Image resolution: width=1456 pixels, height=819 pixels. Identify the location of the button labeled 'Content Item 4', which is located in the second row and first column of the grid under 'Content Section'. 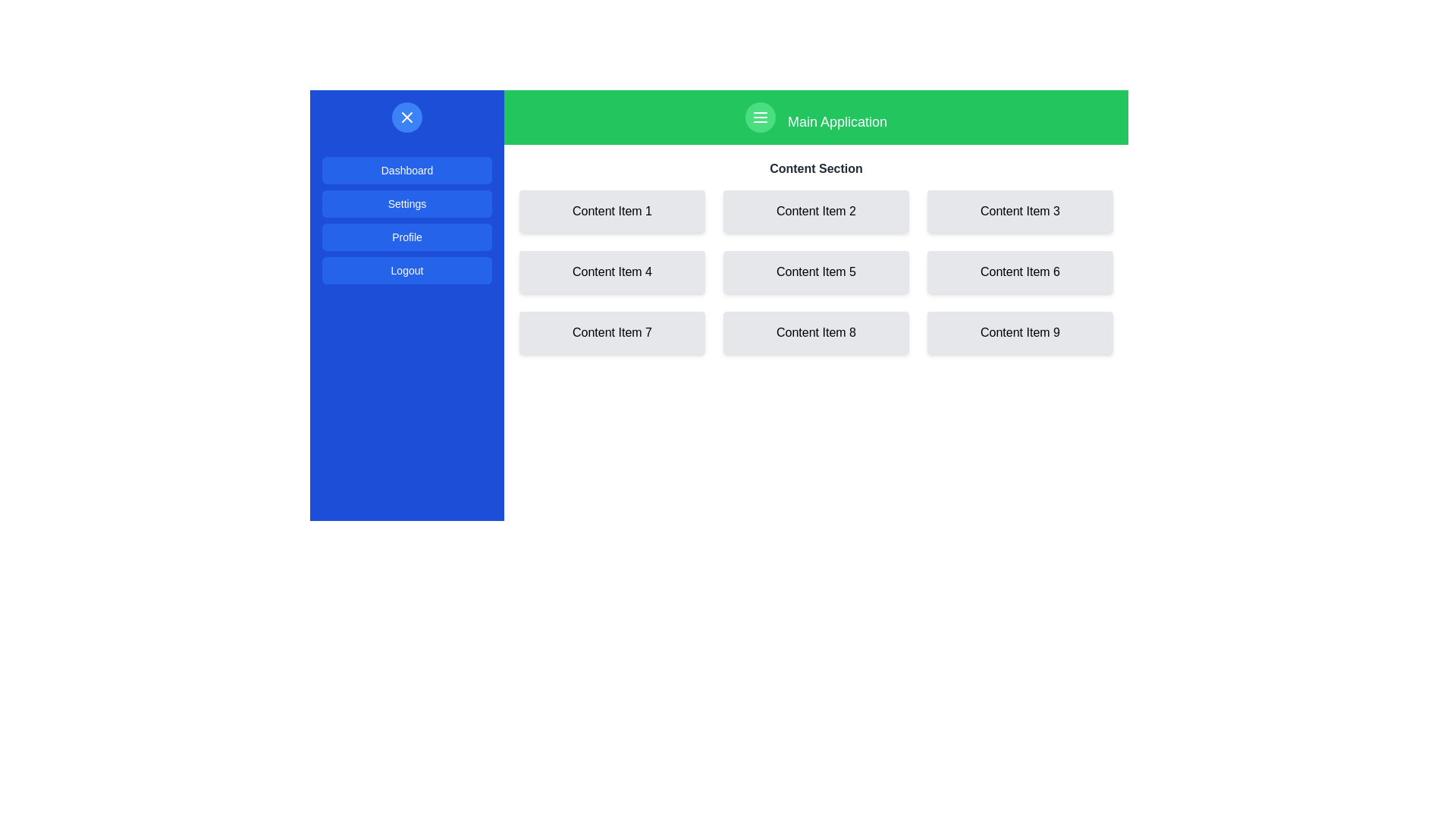
(612, 271).